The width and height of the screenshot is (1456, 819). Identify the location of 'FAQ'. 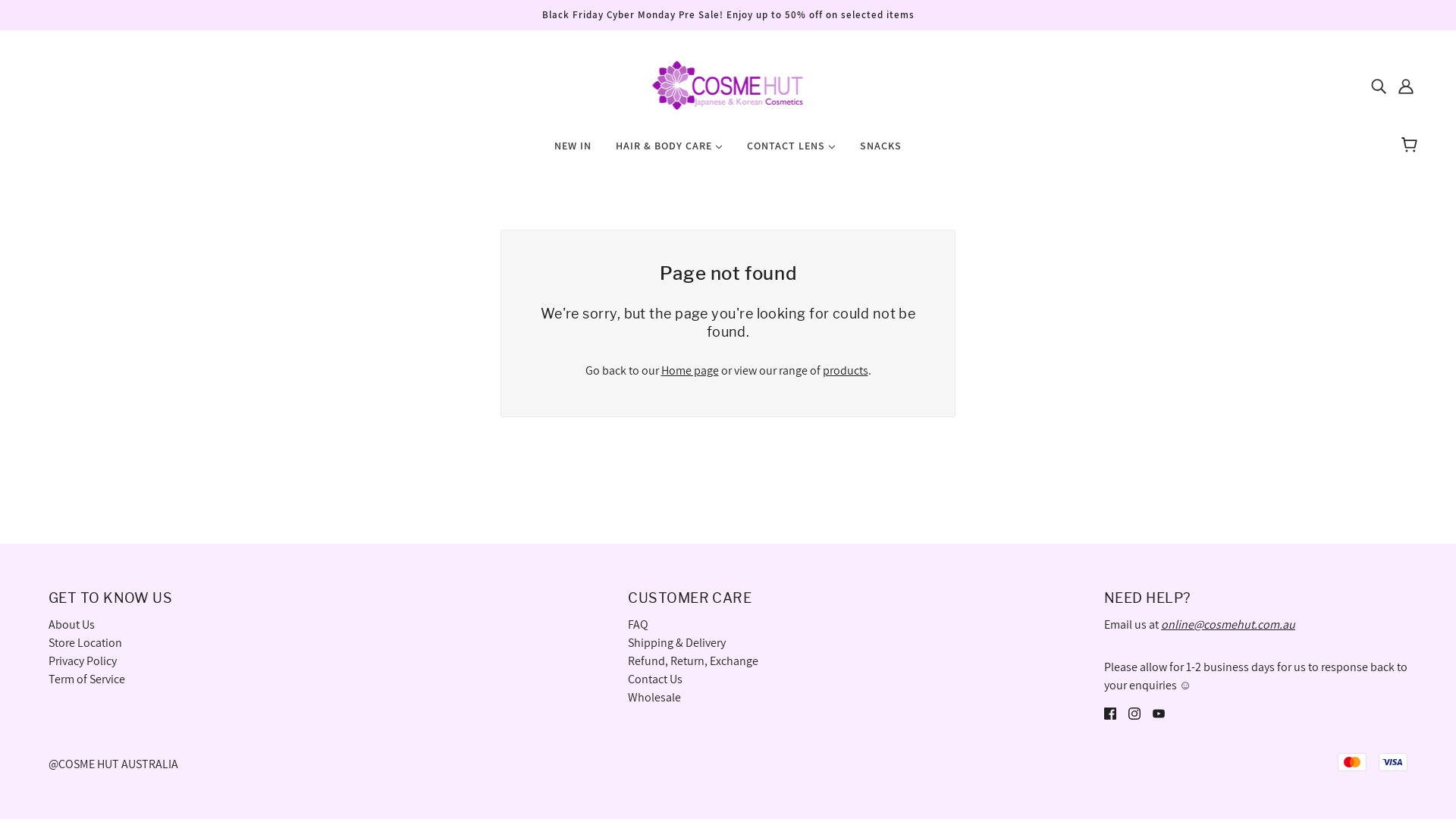
(628, 624).